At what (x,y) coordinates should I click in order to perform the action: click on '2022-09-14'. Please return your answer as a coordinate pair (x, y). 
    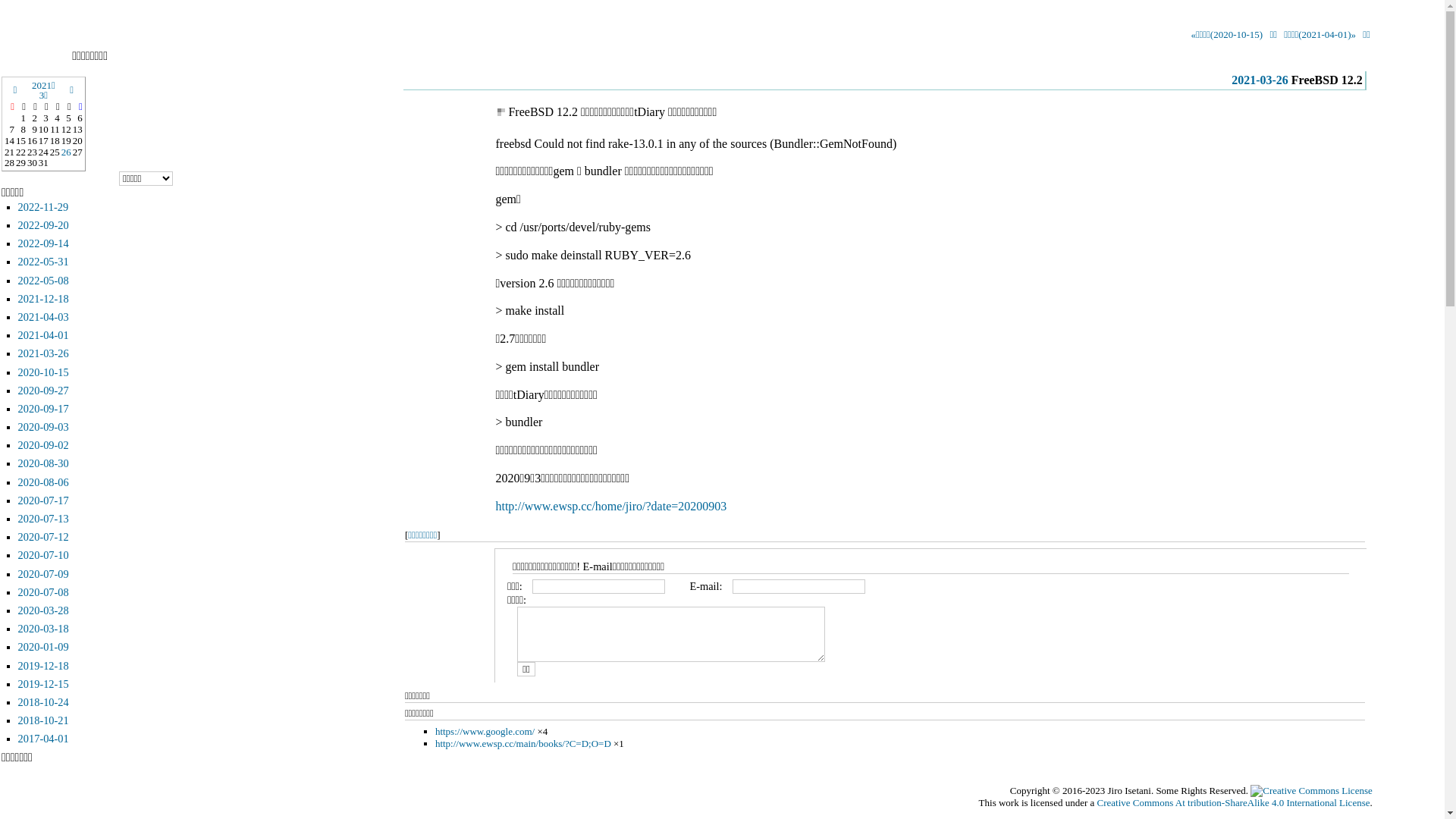
    Looking at the image, I should click on (18, 242).